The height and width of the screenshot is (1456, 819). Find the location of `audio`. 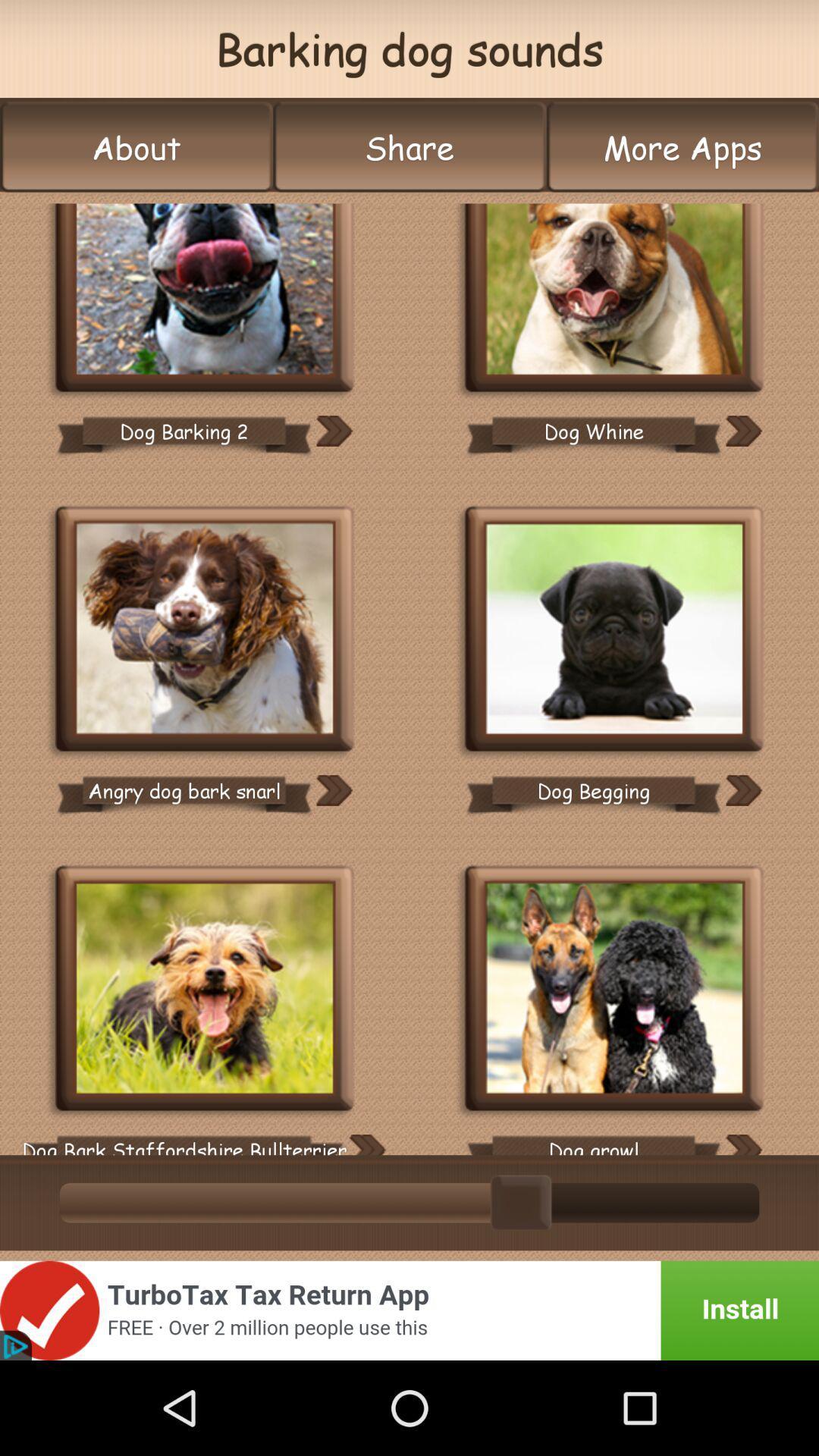

audio is located at coordinates (742, 1144).